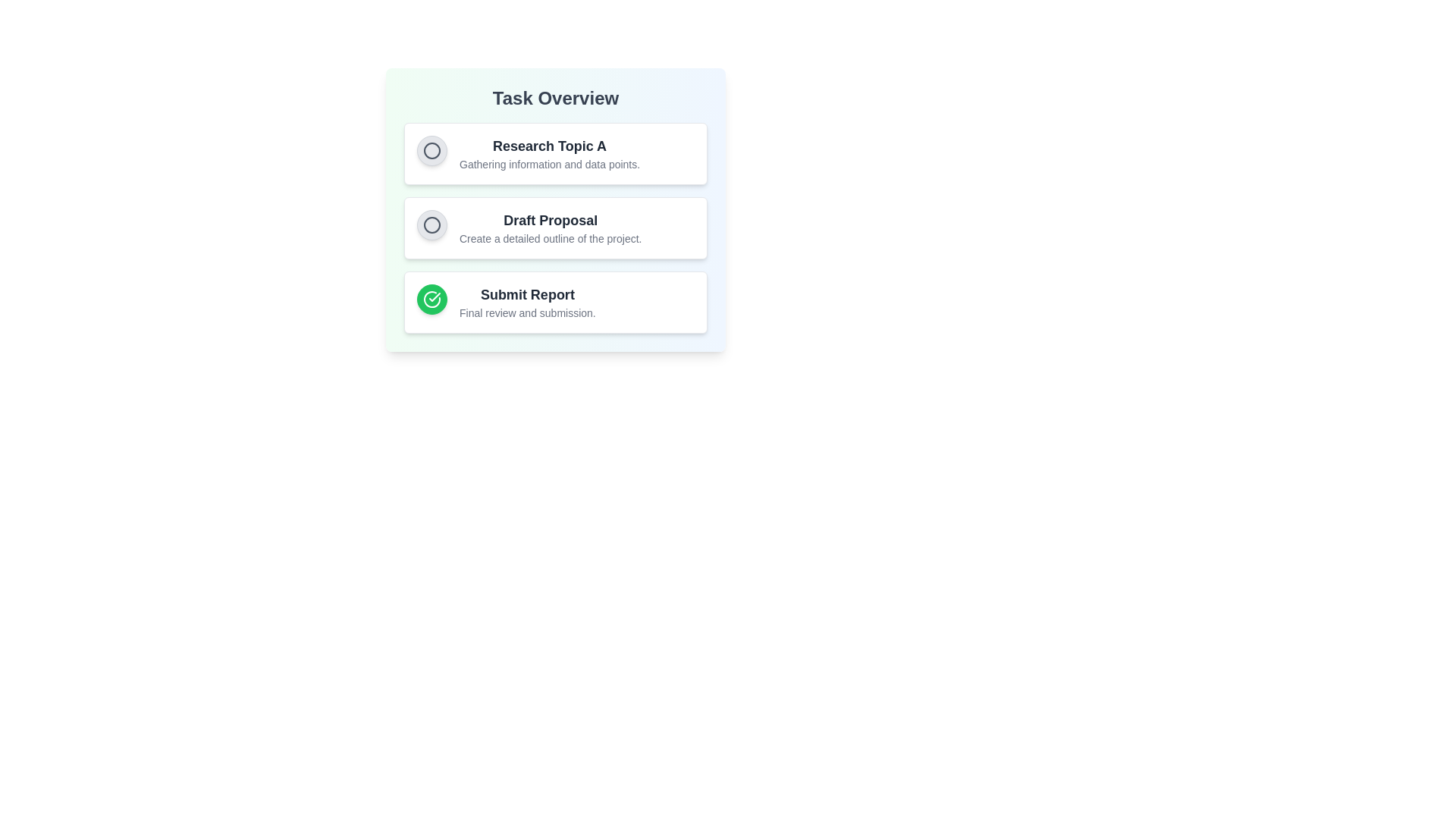 This screenshot has width=1456, height=819. What do you see at coordinates (555, 227) in the screenshot?
I see `the List item card titled 'Draft Proposal' which is the second item in the vertical list of task cards` at bounding box center [555, 227].